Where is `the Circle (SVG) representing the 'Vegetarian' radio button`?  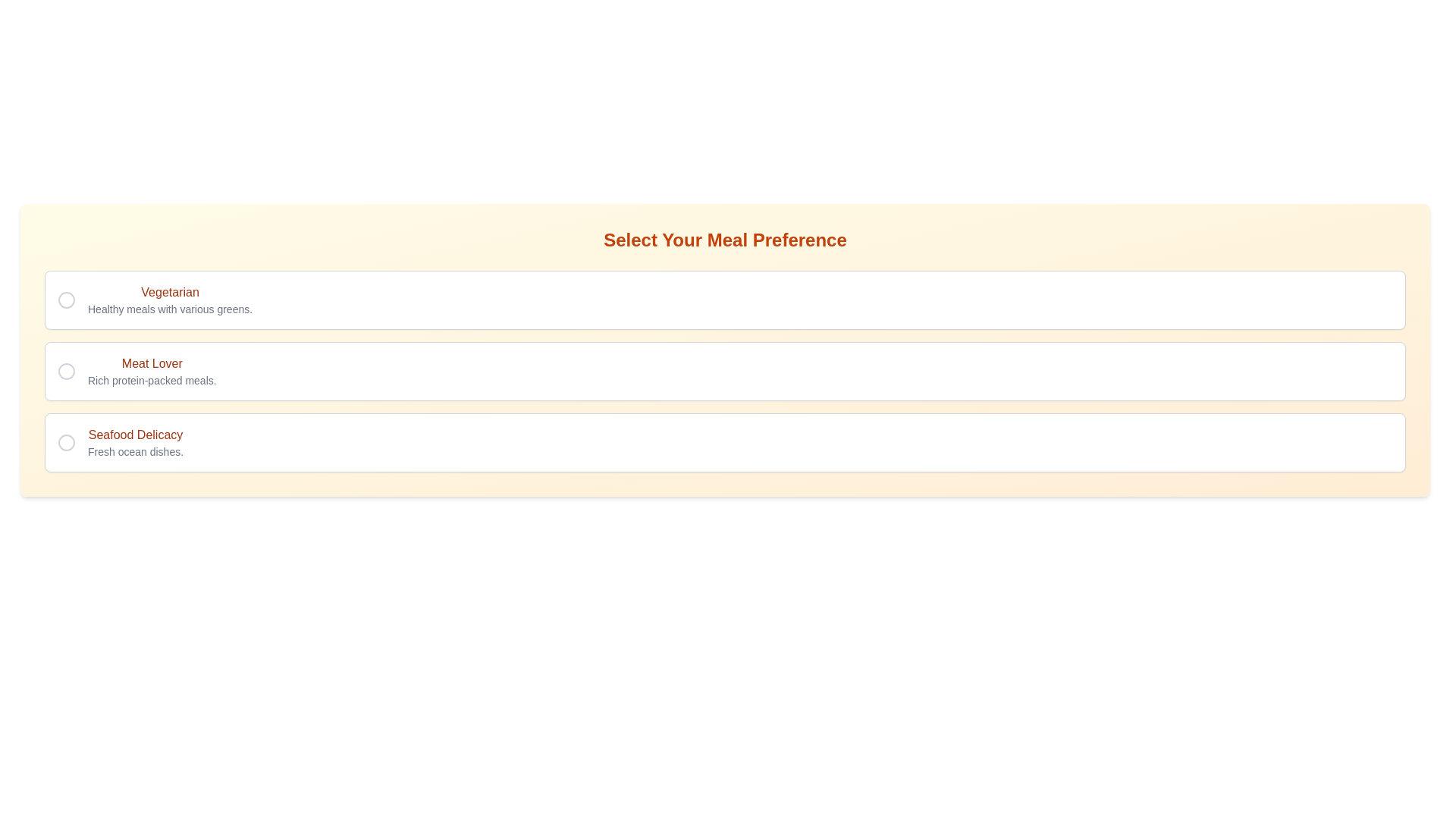
the Circle (SVG) representing the 'Vegetarian' radio button is located at coordinates (65, 300).